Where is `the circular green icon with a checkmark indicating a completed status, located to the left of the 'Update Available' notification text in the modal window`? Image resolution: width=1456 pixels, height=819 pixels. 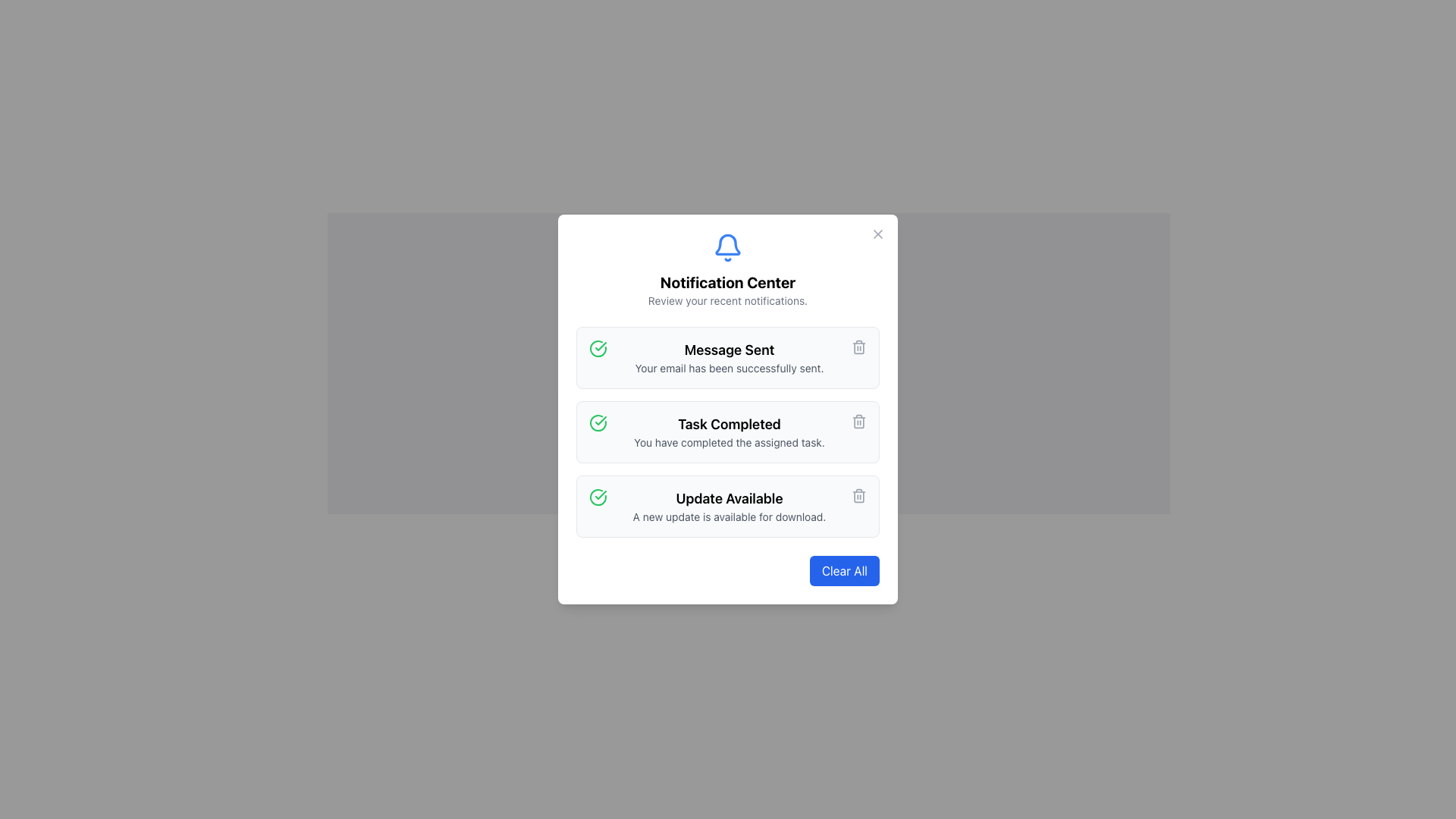 the circular green icon with a checkmark indicating a completed status, located to the left of the 'Update Available' notification text in the modal window is located at coordinates (597, 497).